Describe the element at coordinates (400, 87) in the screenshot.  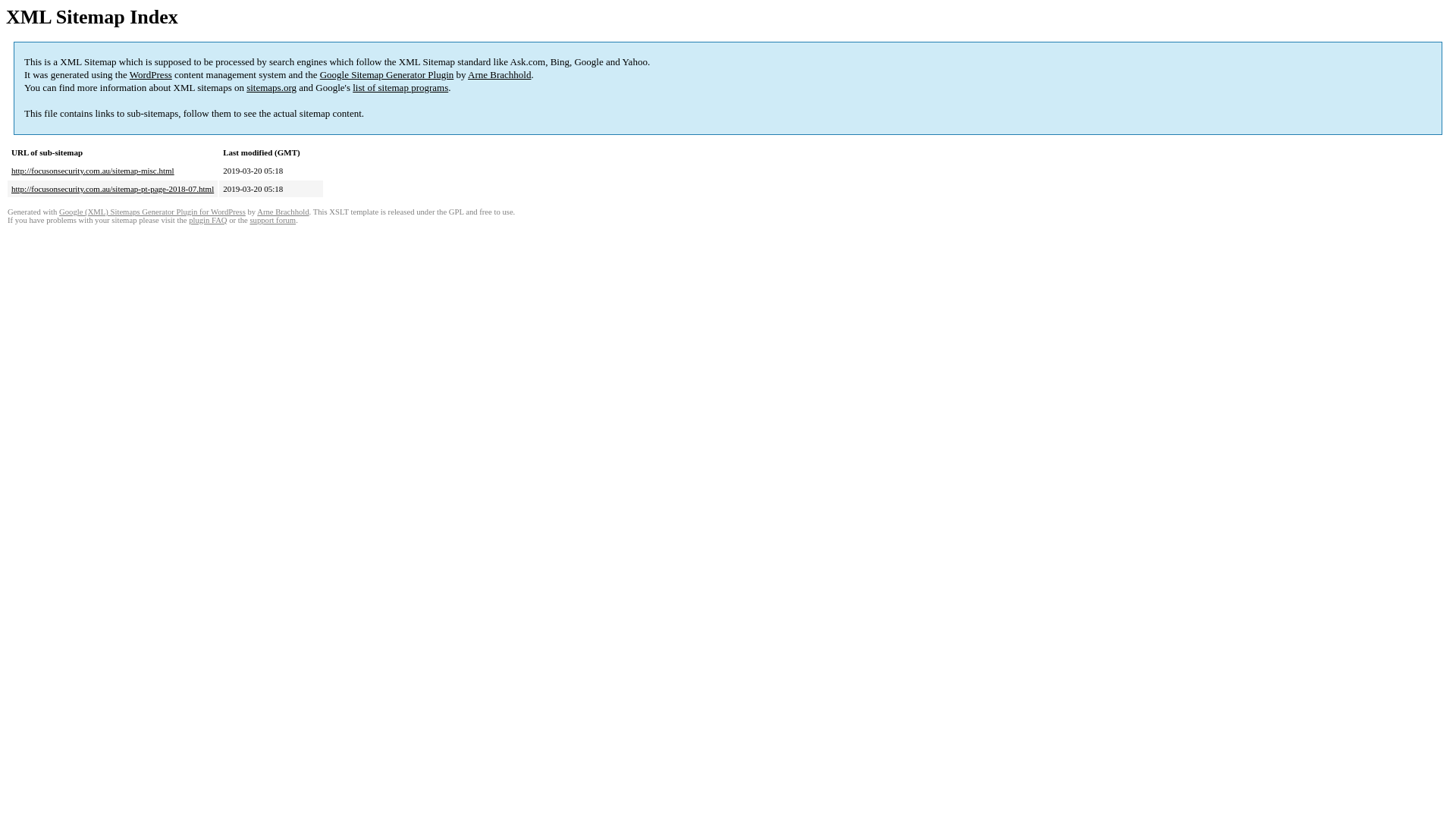
I see `'list of sitemap programs'` at that location.